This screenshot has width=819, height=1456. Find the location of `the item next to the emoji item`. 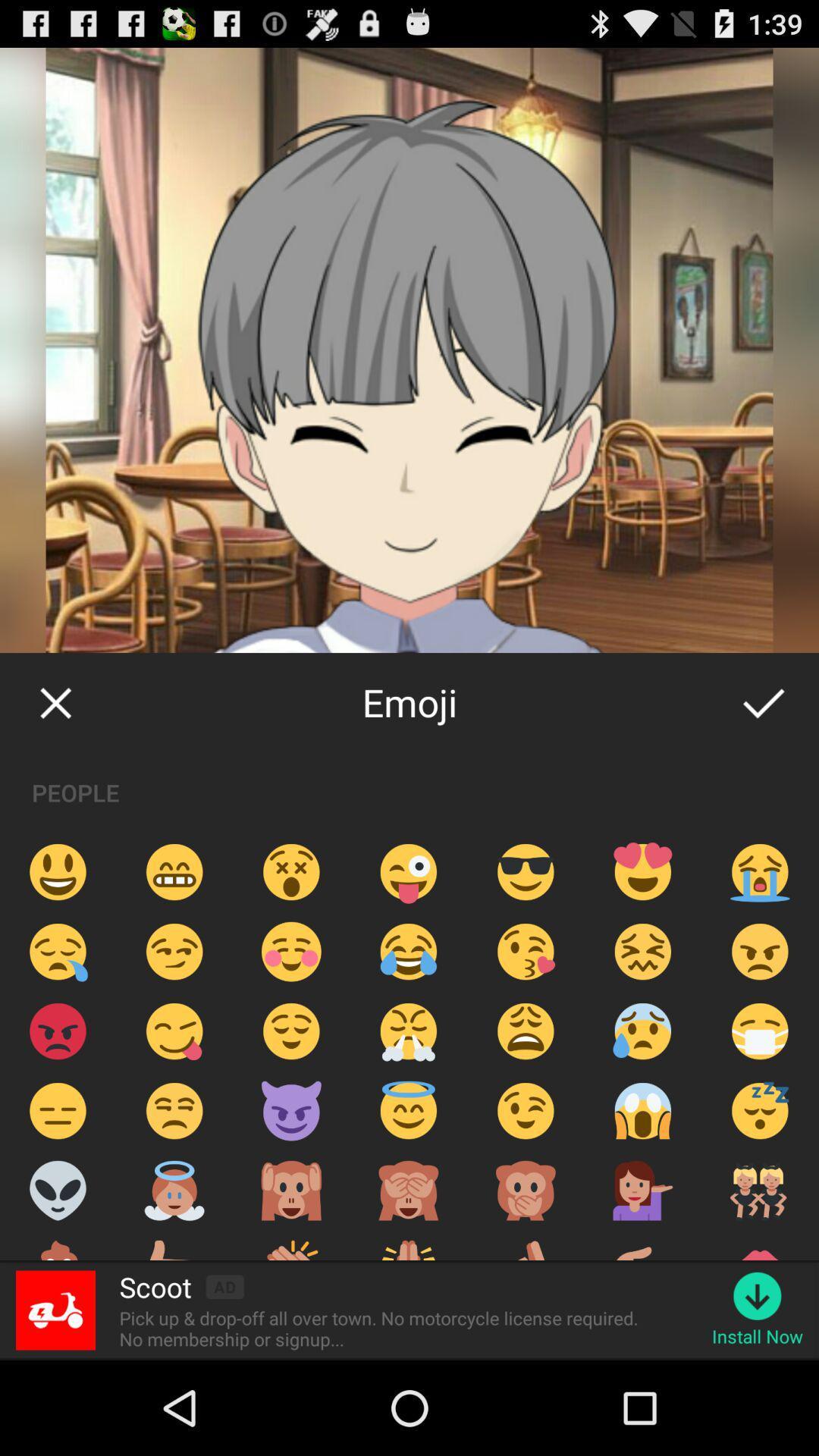

the item next to the emoji item is located at coordinates (55, 701).